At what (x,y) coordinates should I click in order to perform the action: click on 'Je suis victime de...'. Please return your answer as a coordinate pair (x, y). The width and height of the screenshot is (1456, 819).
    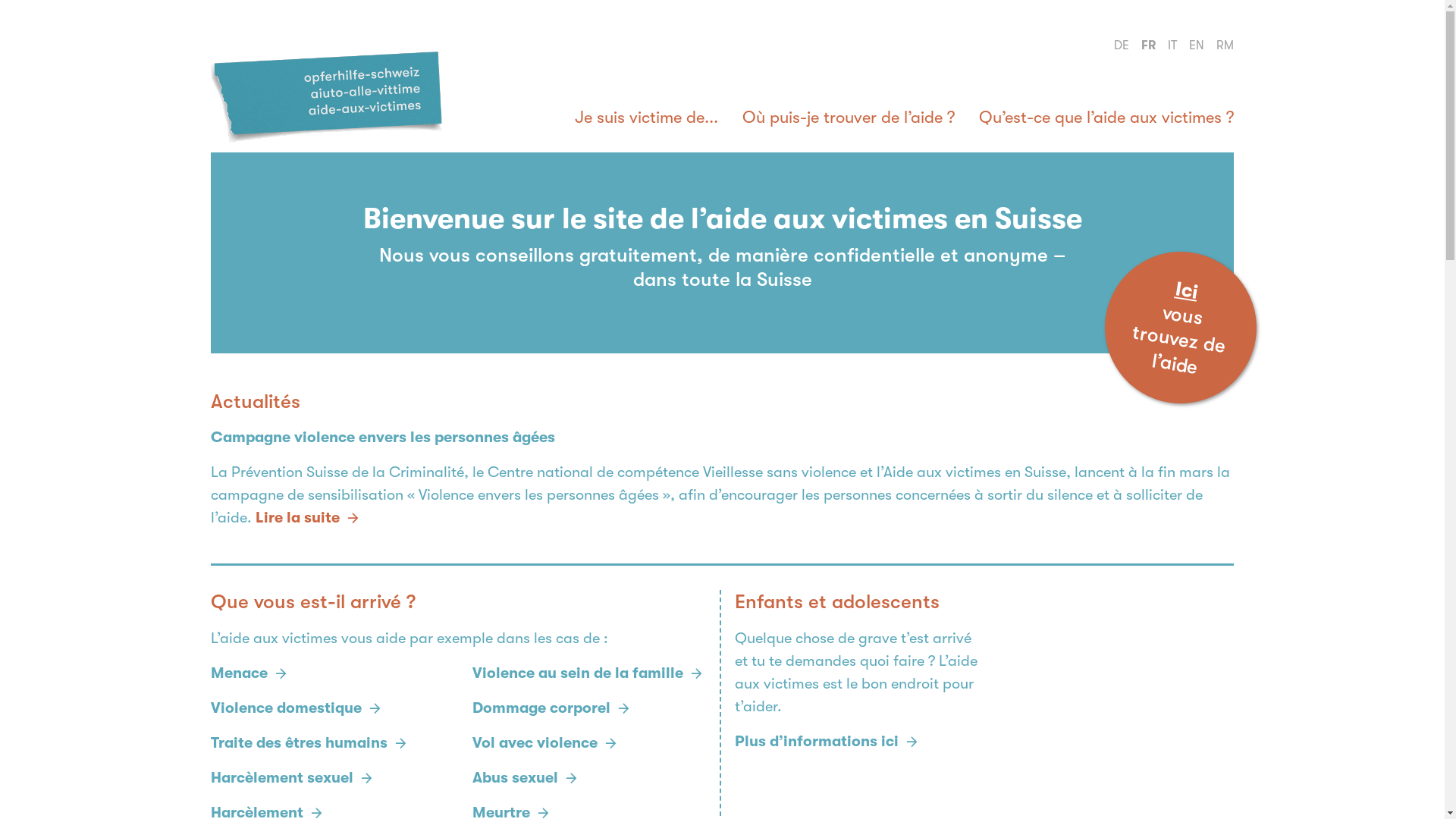
    Looking at the image, I should click on (646, 118).